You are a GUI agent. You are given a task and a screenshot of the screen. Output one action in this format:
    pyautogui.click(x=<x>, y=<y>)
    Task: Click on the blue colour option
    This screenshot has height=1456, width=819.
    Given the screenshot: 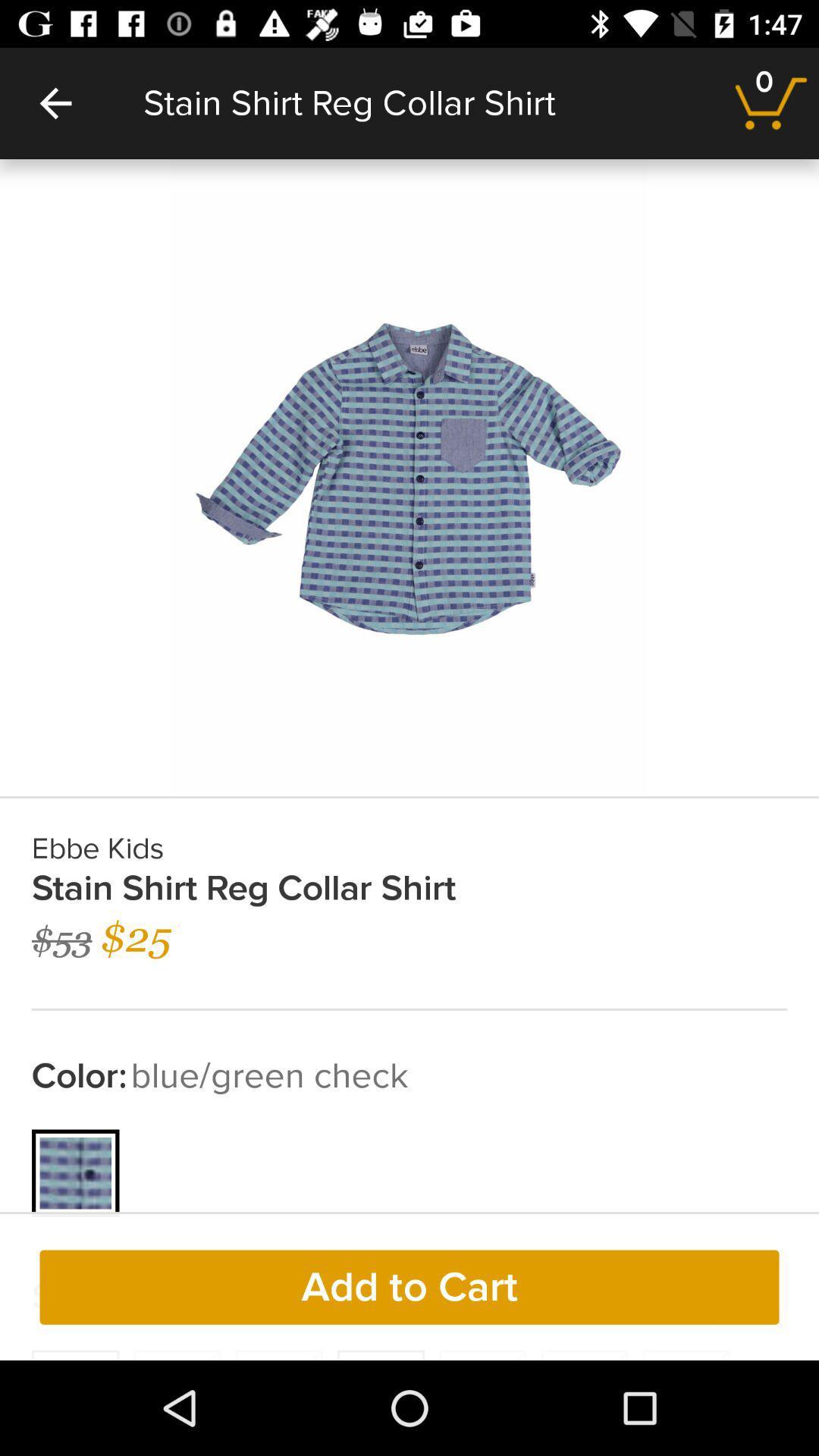 What is the action you would take?
    pyautogui.click(x=76, y=1172)
    